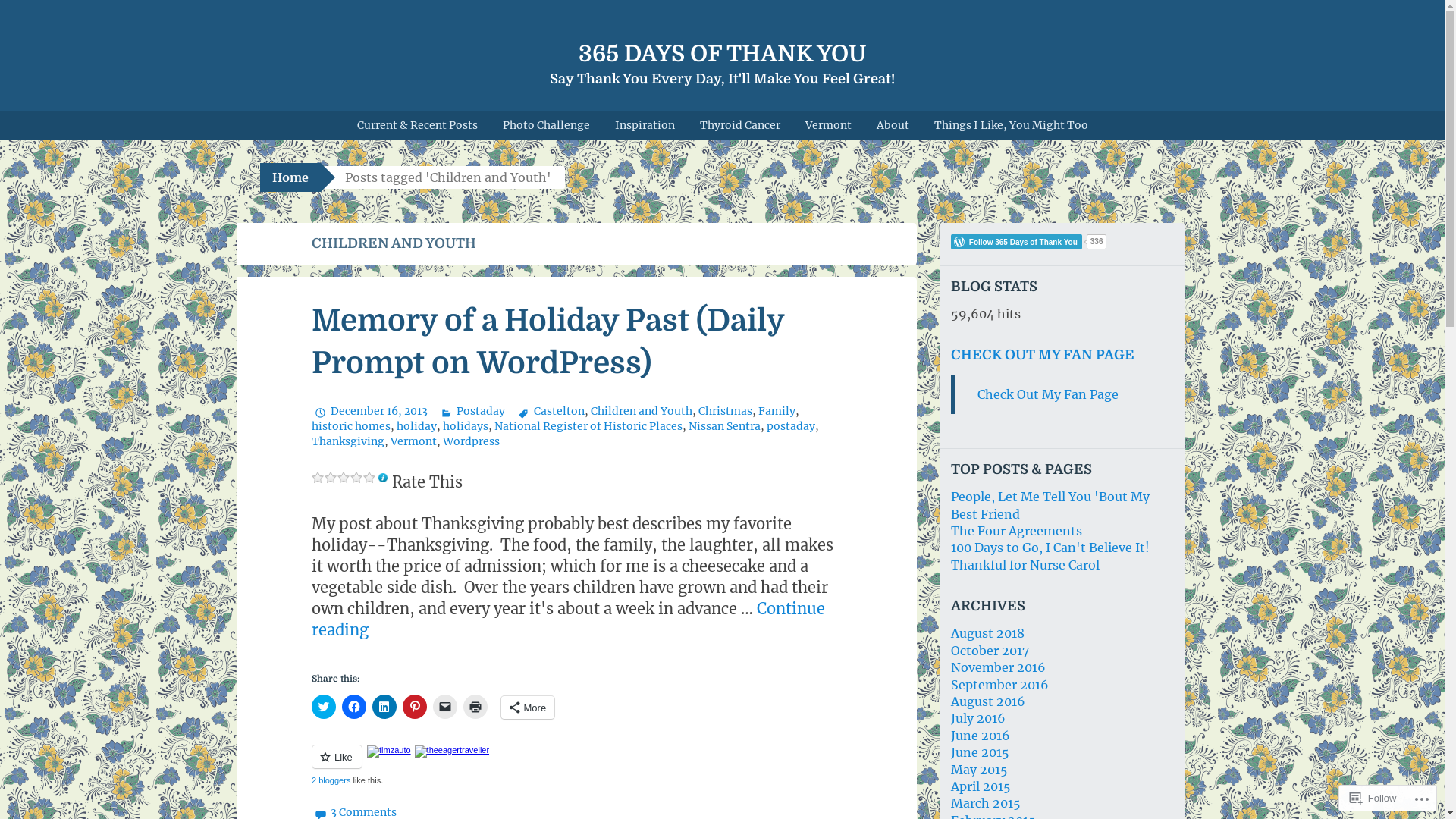 The height and width of the screenshot is (819, 1456). I want to click on 'July 2016', so click(978, 717).